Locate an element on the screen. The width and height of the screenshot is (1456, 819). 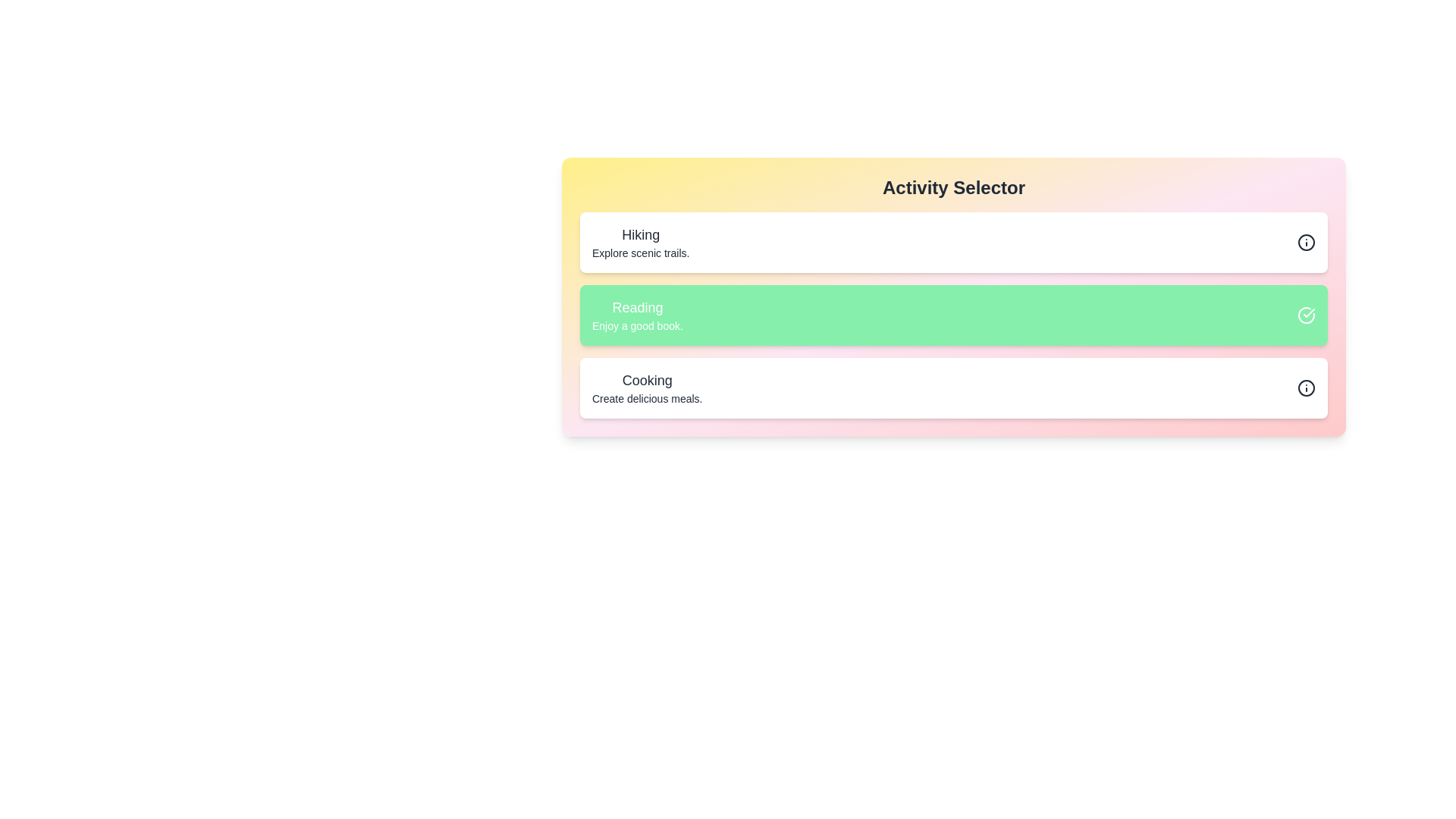
the list item corresponding to Cooking is located at coordinates (952, 388).